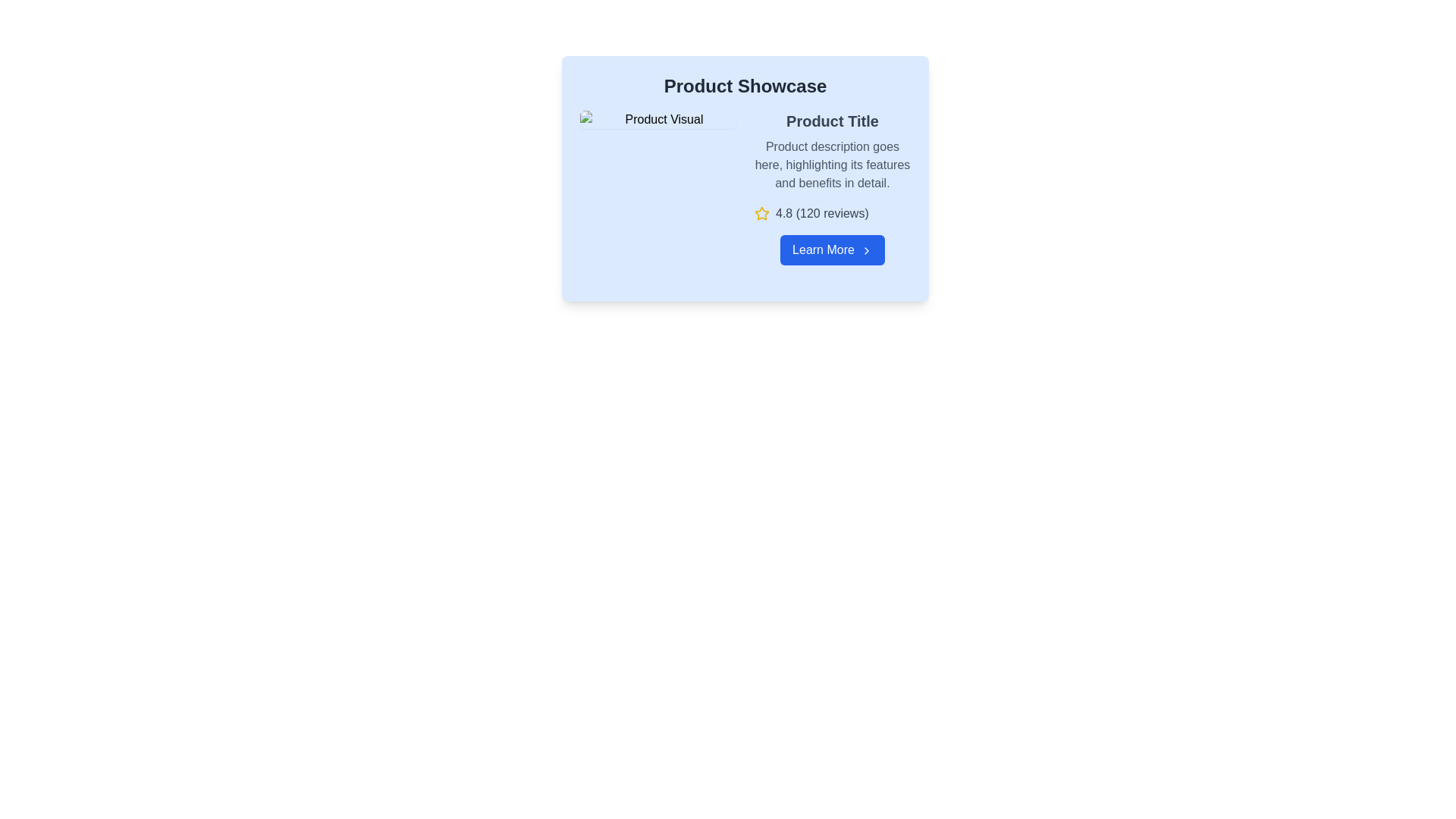 This screenshot has height=819, width=1456. Describe the element at coordinates (761, 213) in the screenshot. I see `star icon representing the product rating located to the left of the textual rating '4.8 (120 reviews)' in the 'Product Showcase' section` at that location.